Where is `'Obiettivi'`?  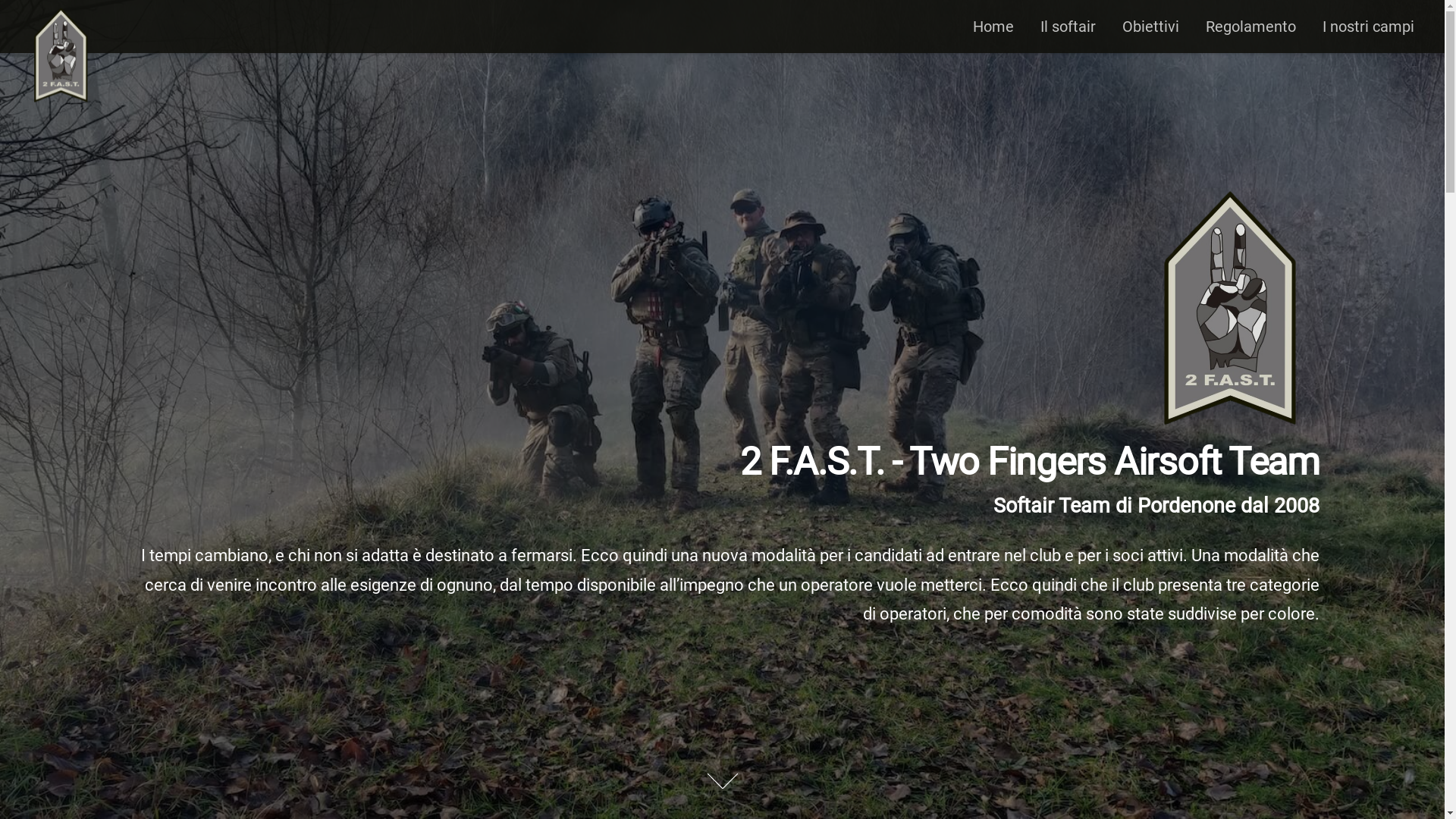 'Obiettivi' is located at coordinates (1122, 26).